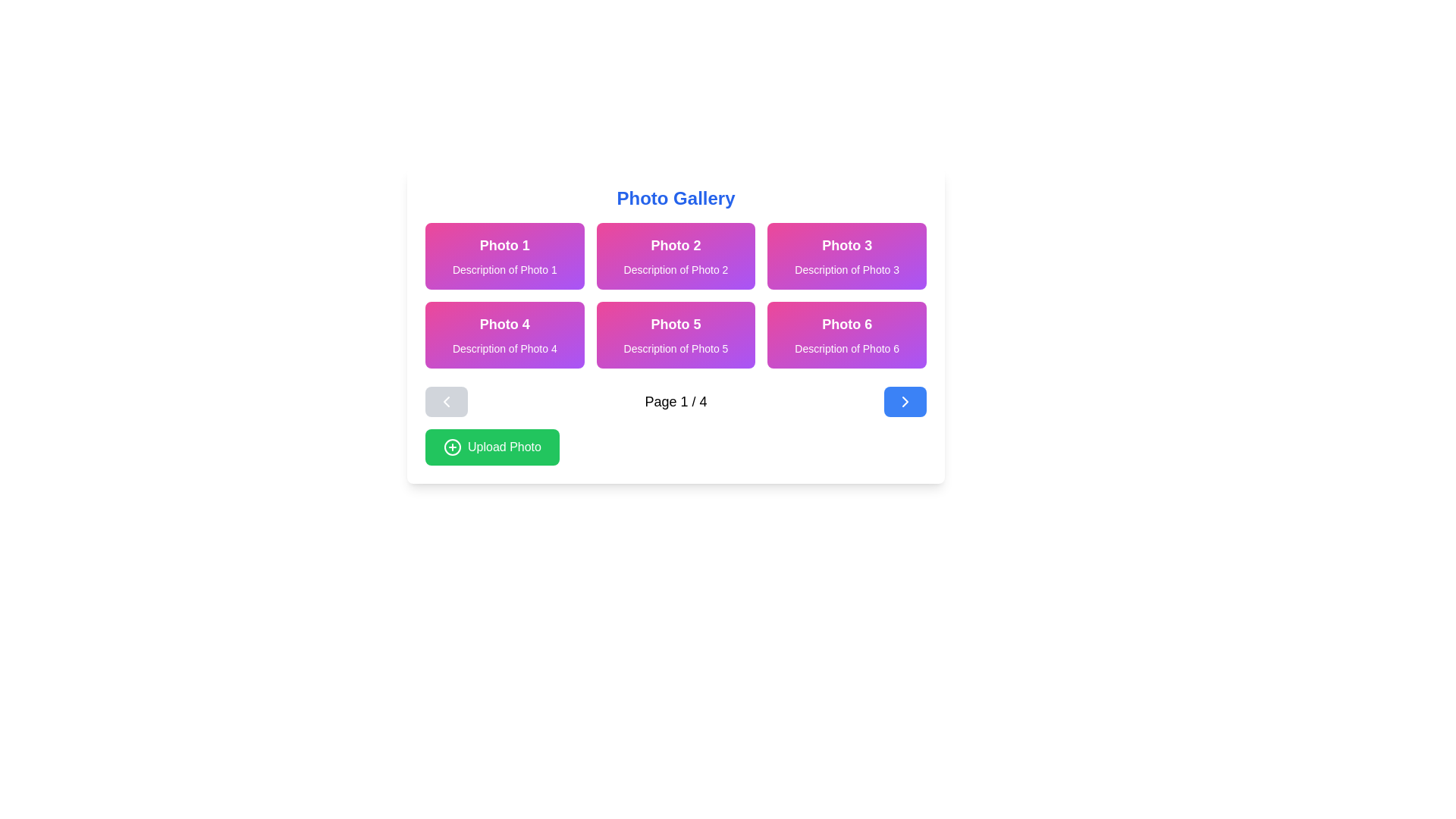 This screenshot has height=819, width=1456. Describe the element at coordinates (675, 400) in the screenshot. I see `the Text label indicating the current page in the pagination system located at the bottom middle of the 'Photo Gallery' section, above the 'Upload Photo' button` at that location.